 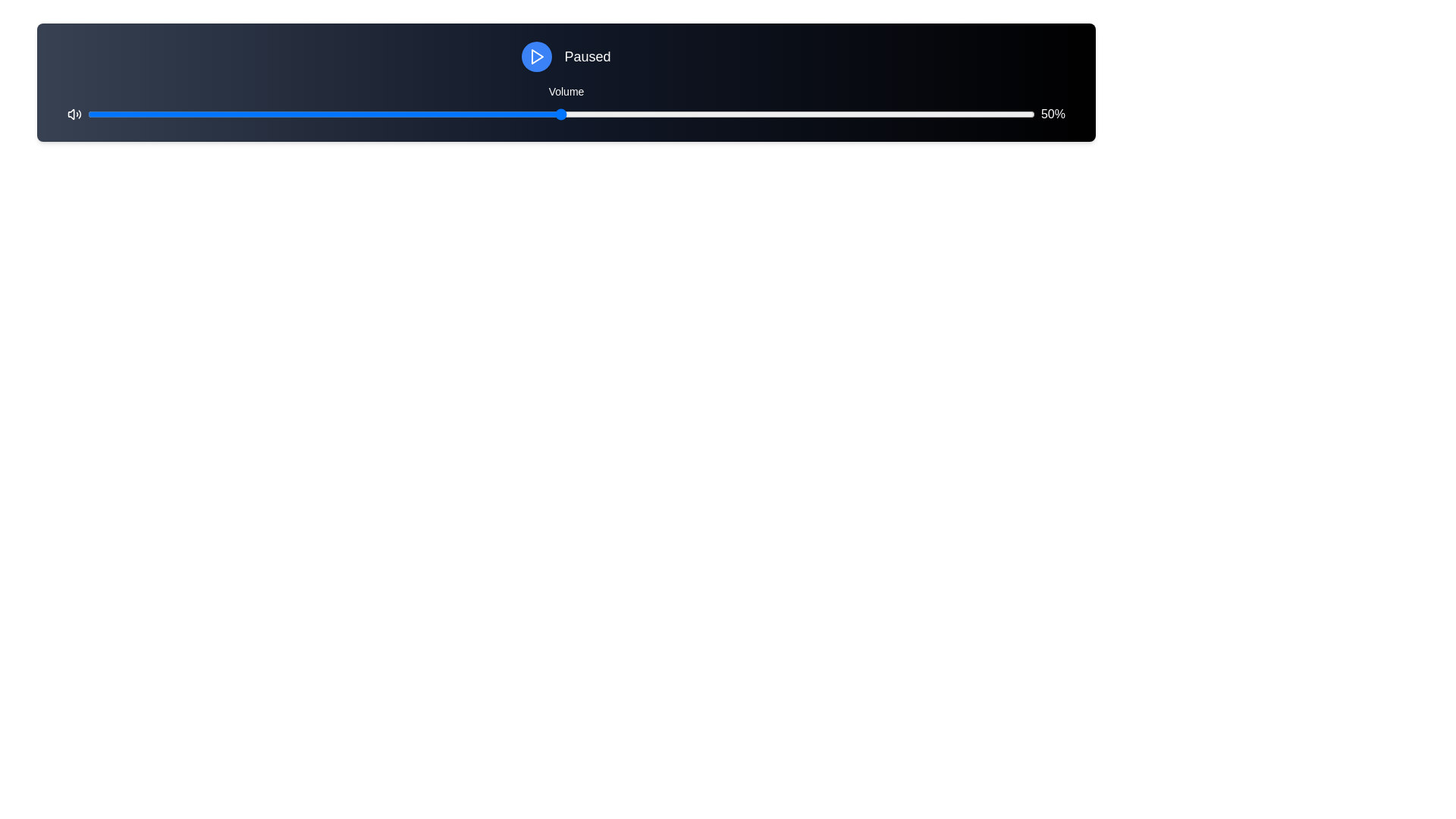 What do you see at coordinates (656, 113) in the screenshot?
I see `the volume` at bounding box center [656, 113].